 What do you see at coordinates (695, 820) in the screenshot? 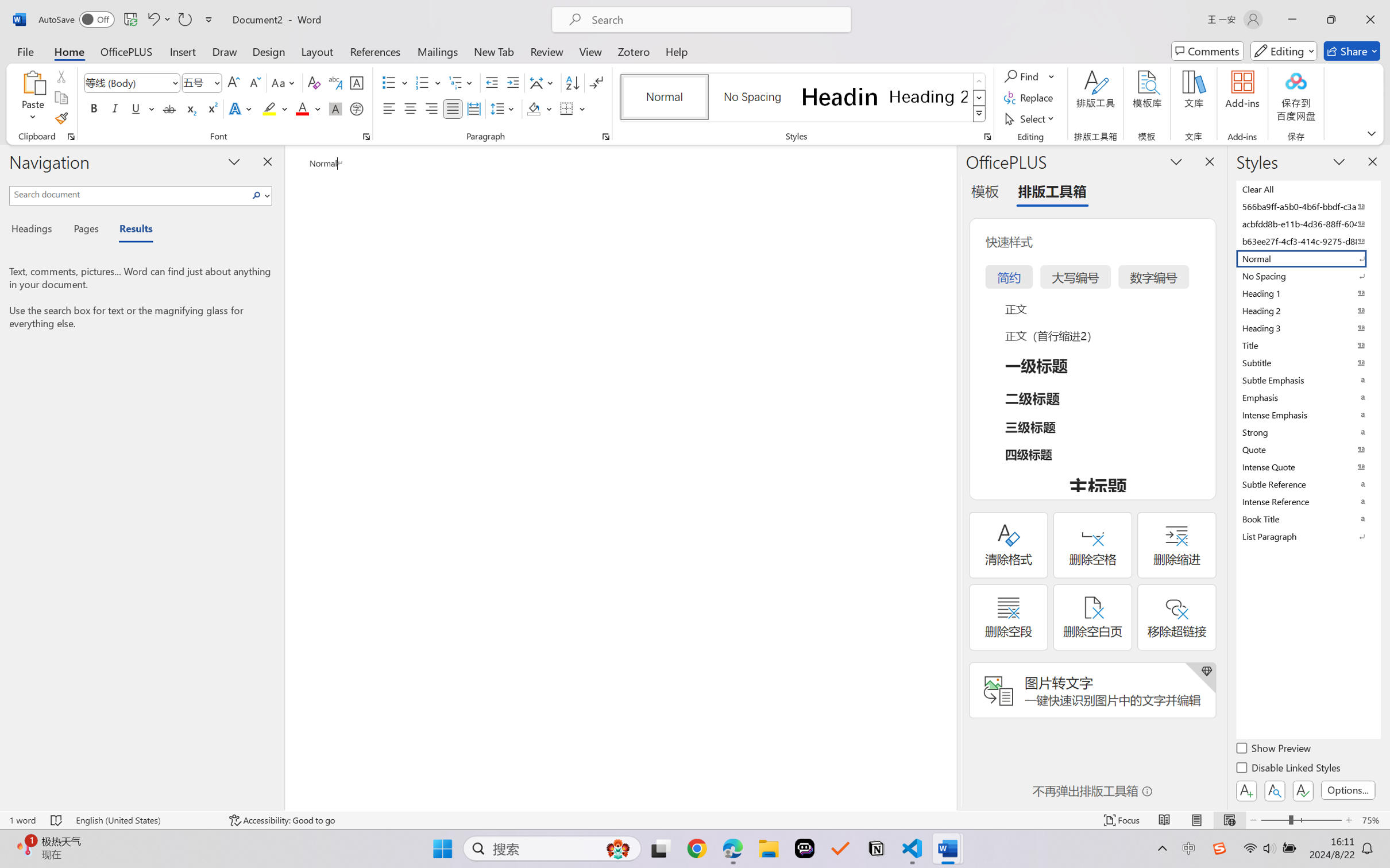
I see `'Class: MsoCommandBar'` at bounding box center [695, 820].